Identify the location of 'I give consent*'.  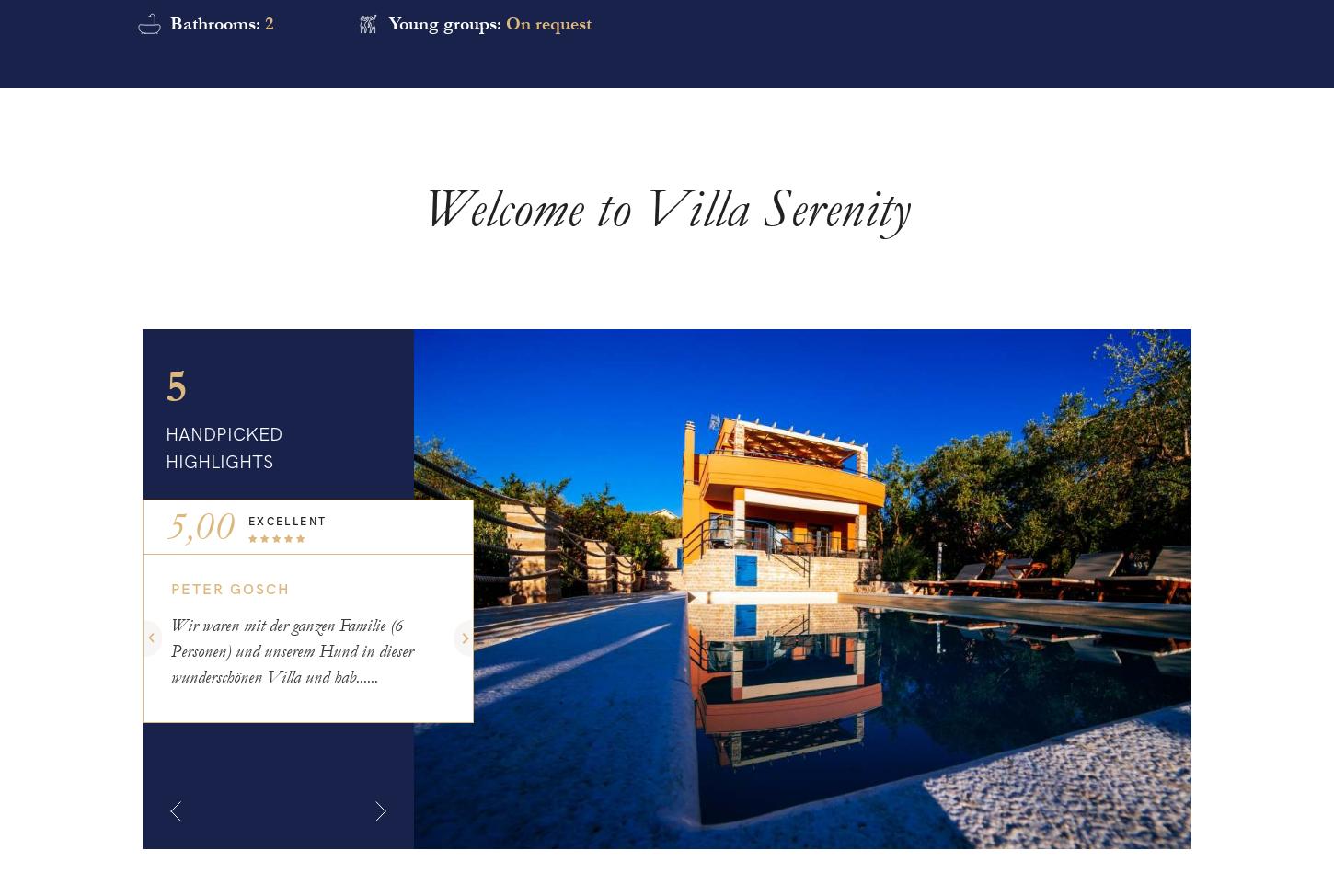
(780, 801).